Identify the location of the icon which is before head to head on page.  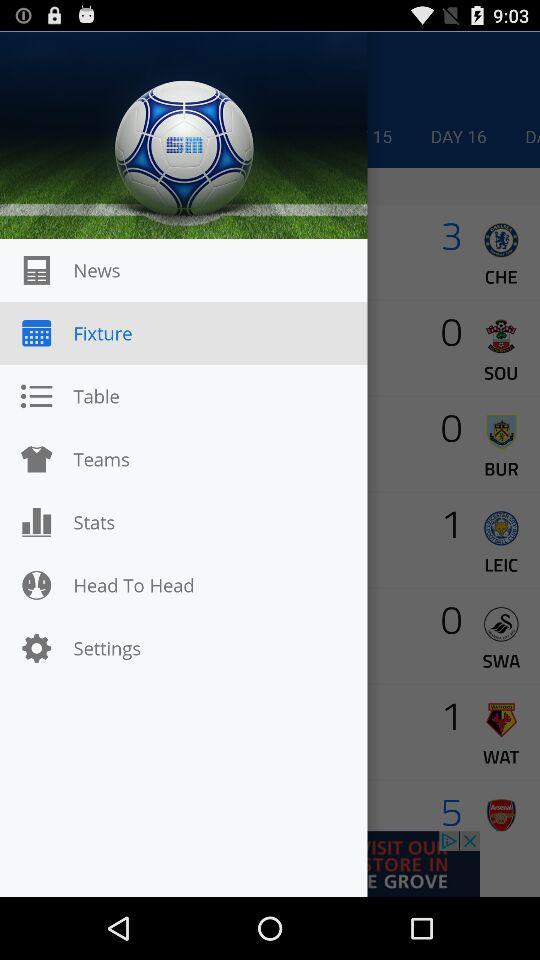
(36, 585).